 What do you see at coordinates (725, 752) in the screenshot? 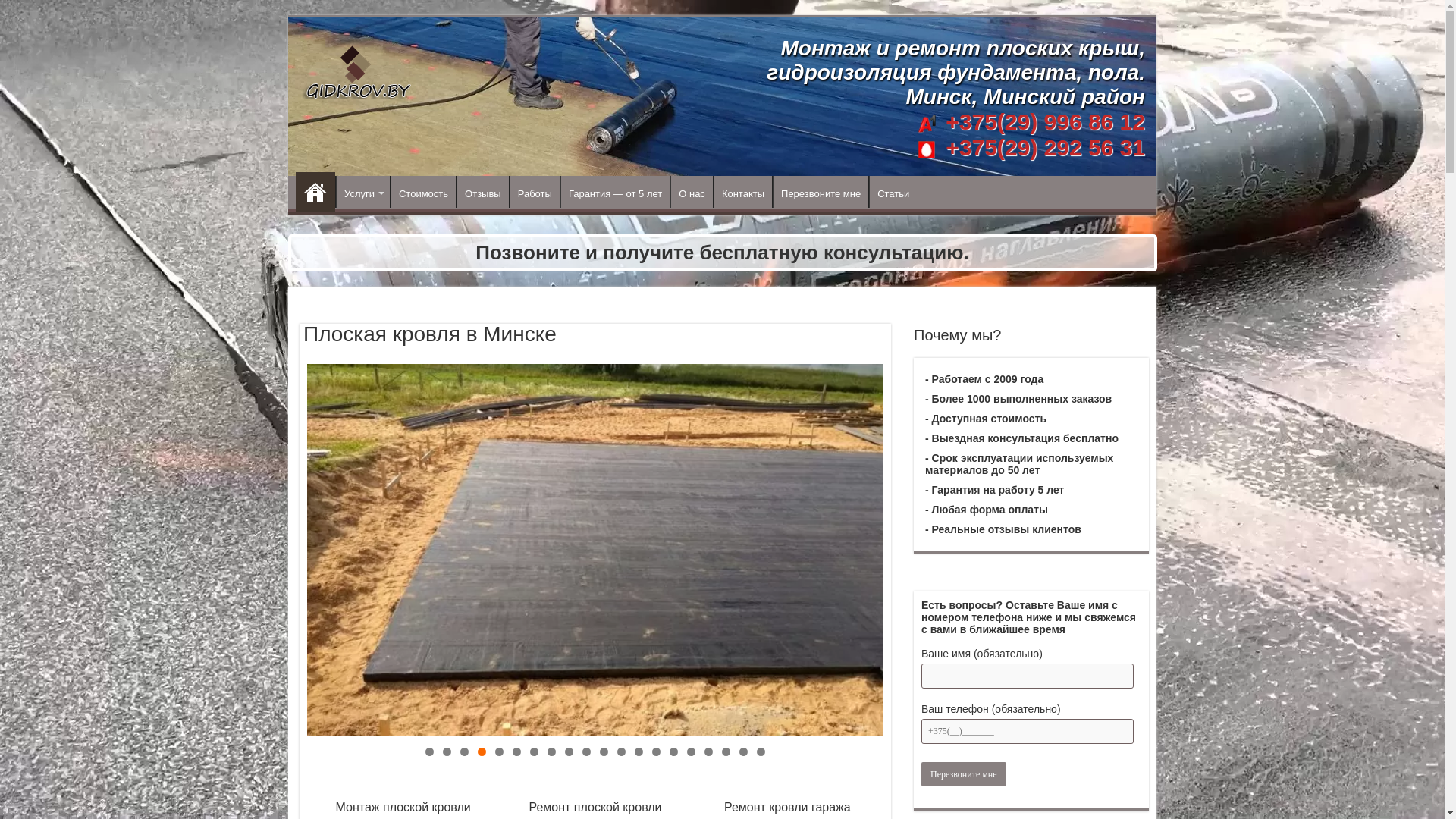
I see `'18'` at bounding box center [725, 752].